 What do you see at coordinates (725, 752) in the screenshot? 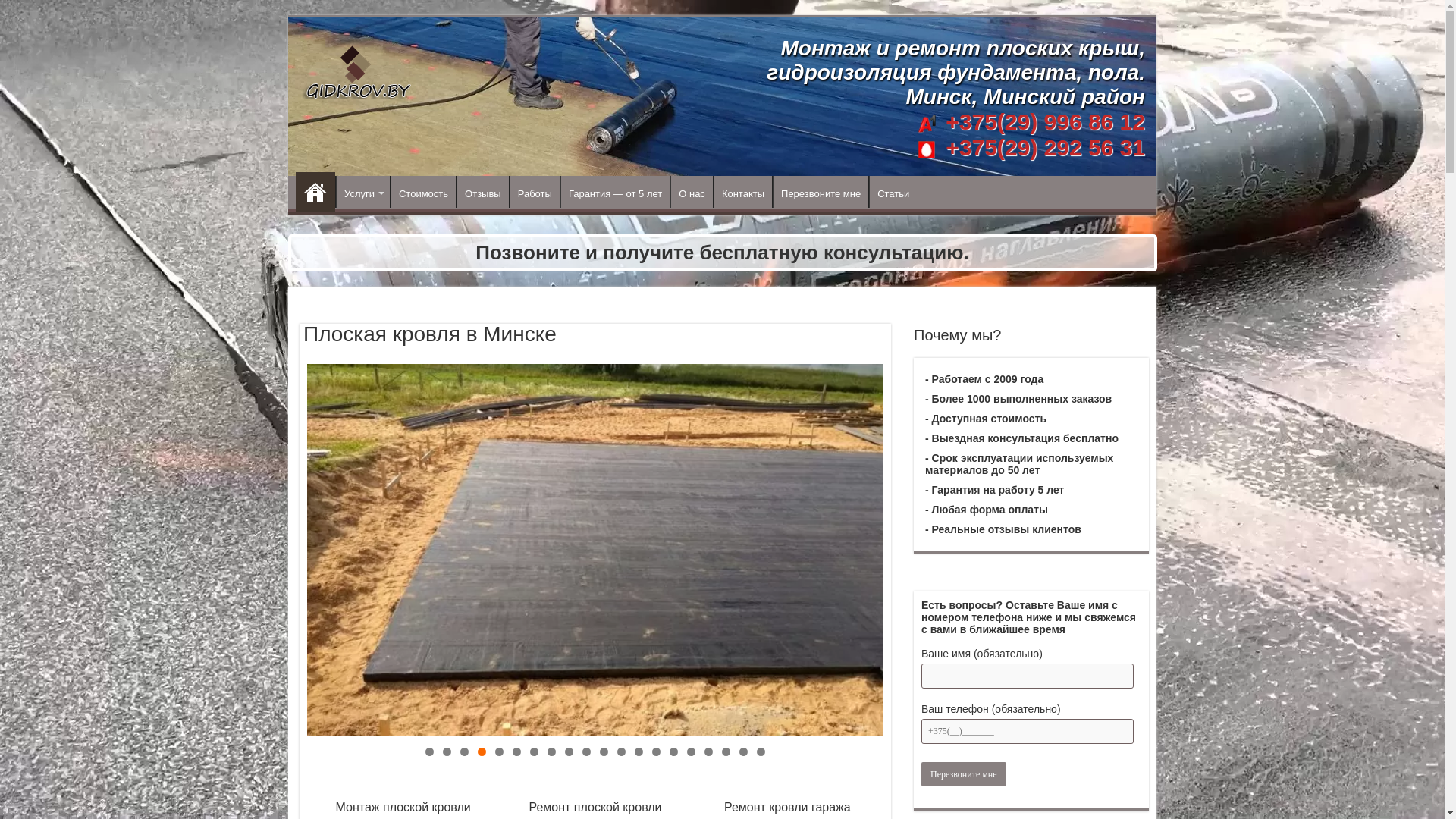
I see `'18'` at bounding box center [725, 752].